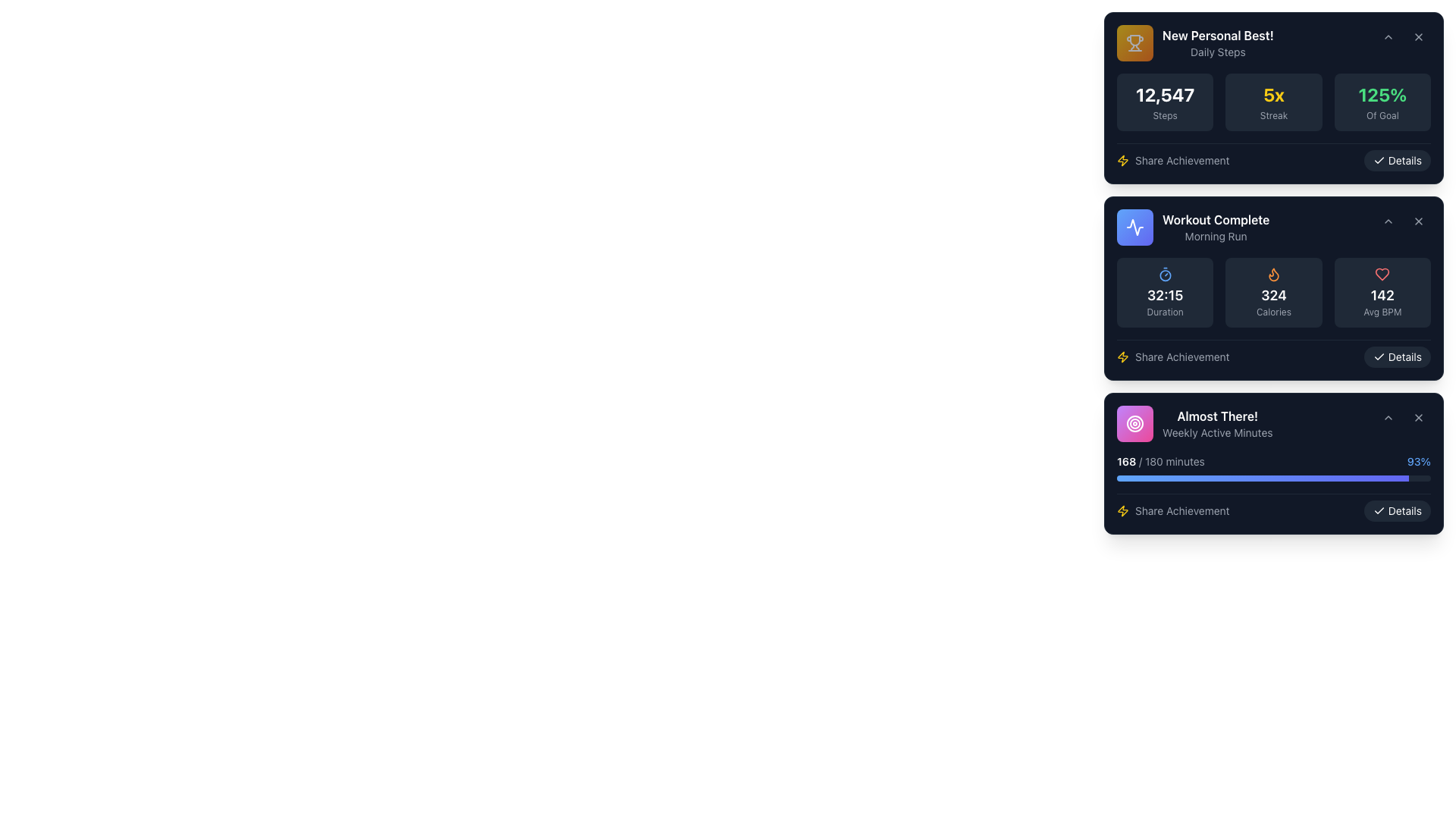  I want to click on the 'Details' button located at the bottom-right corner of the third card, so click(1396, 511).